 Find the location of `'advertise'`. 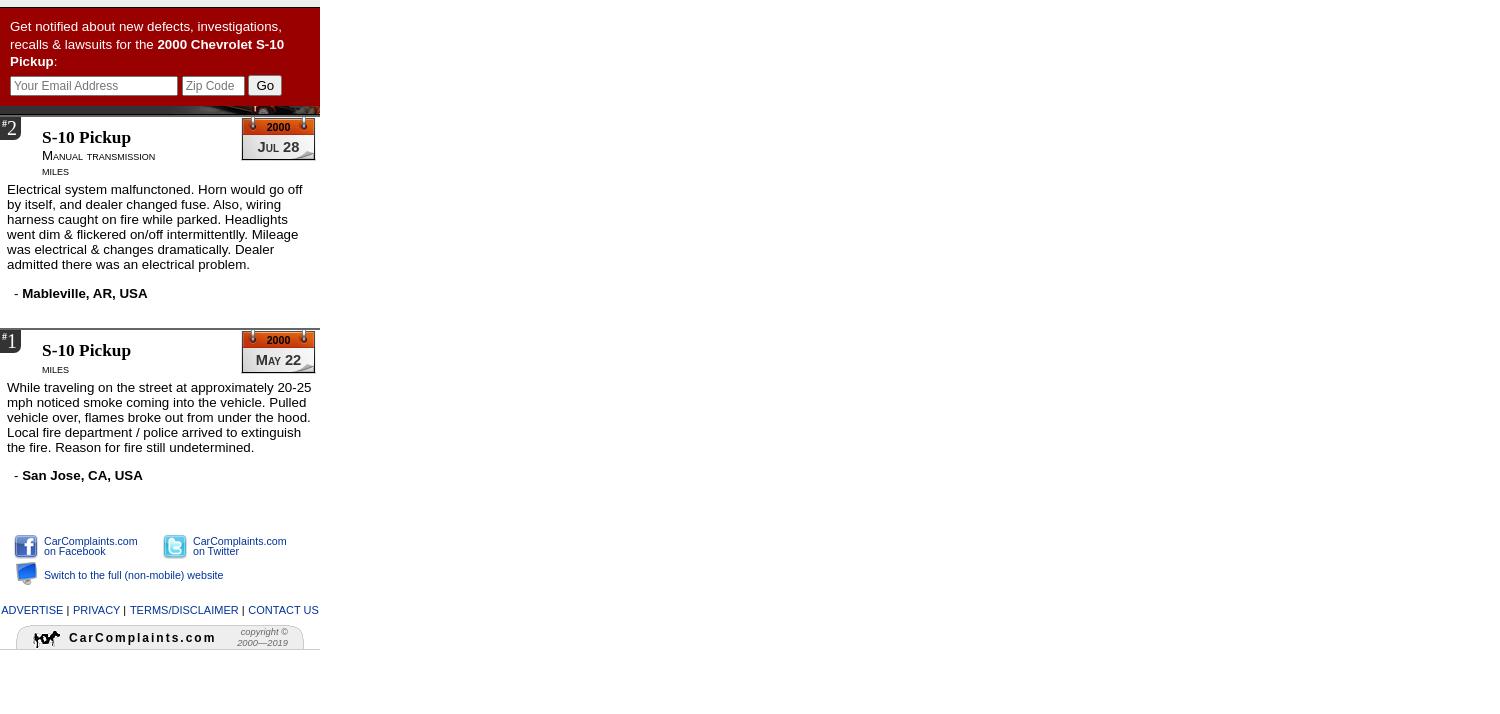

'advertise' is located at coordinates (1, 607).